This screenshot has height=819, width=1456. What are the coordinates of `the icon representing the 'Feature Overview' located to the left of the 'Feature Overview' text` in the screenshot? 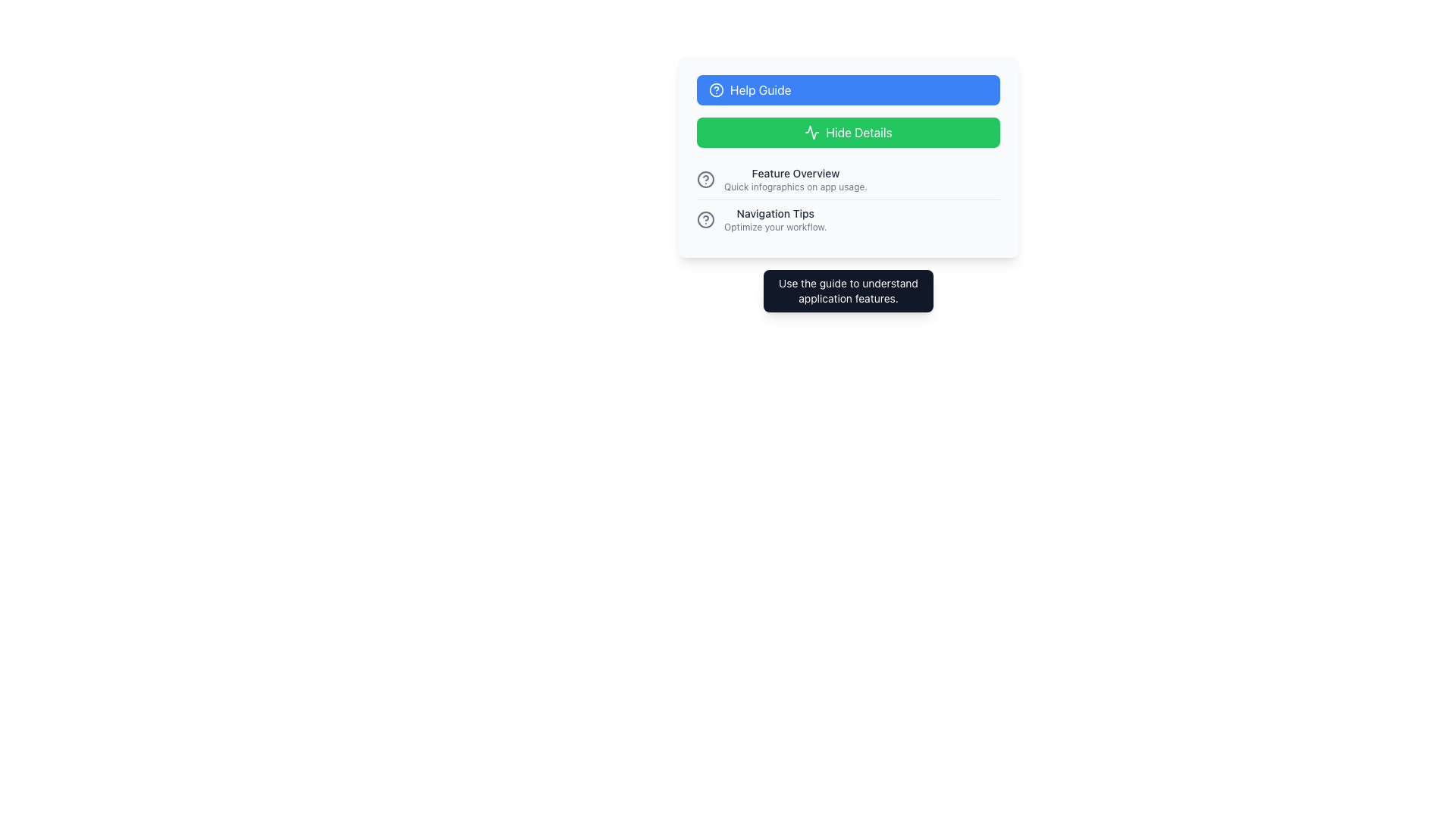 It's located at (705, 178).